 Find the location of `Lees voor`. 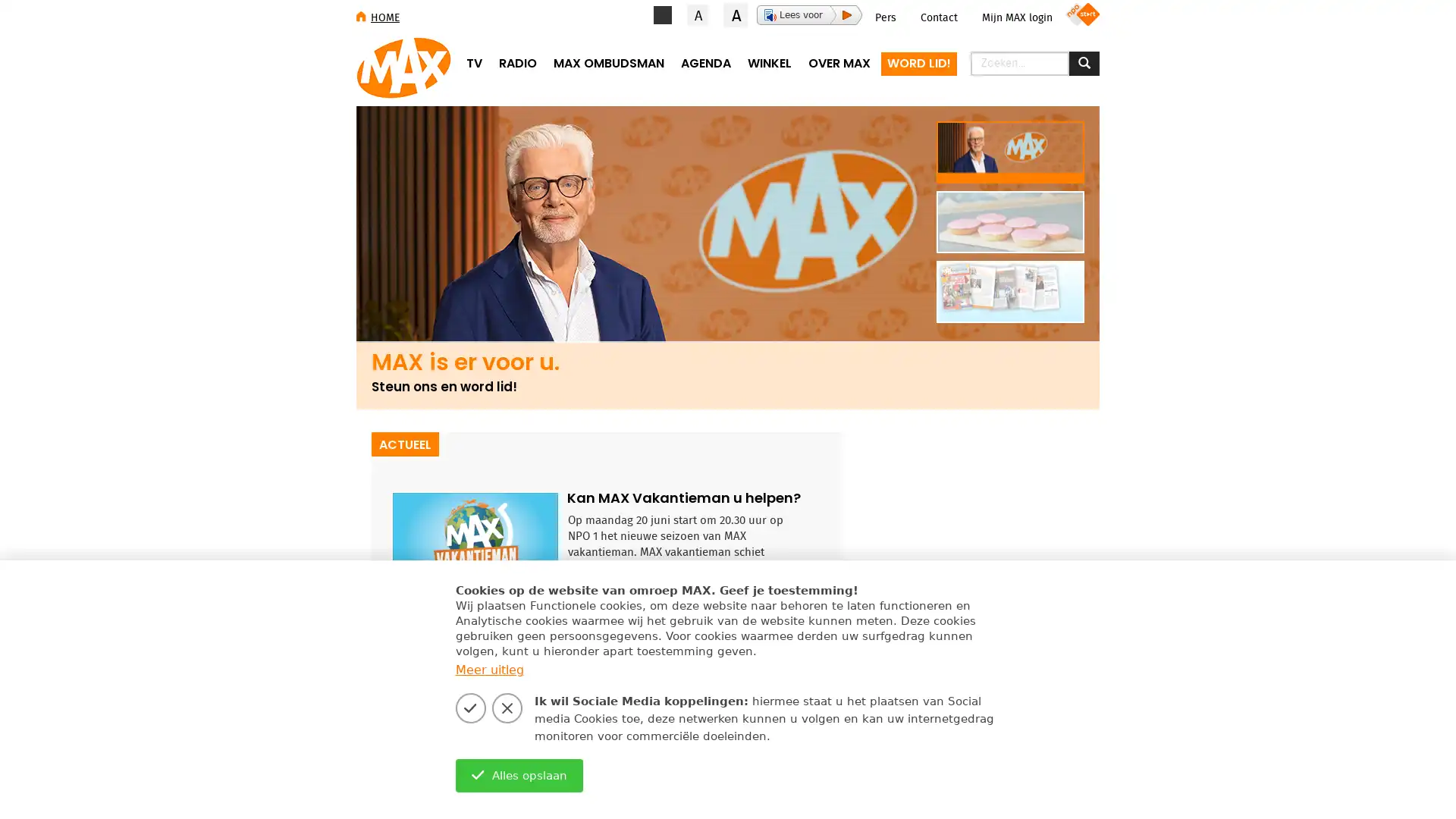

Lees voor is located at coordinates (808, 14).